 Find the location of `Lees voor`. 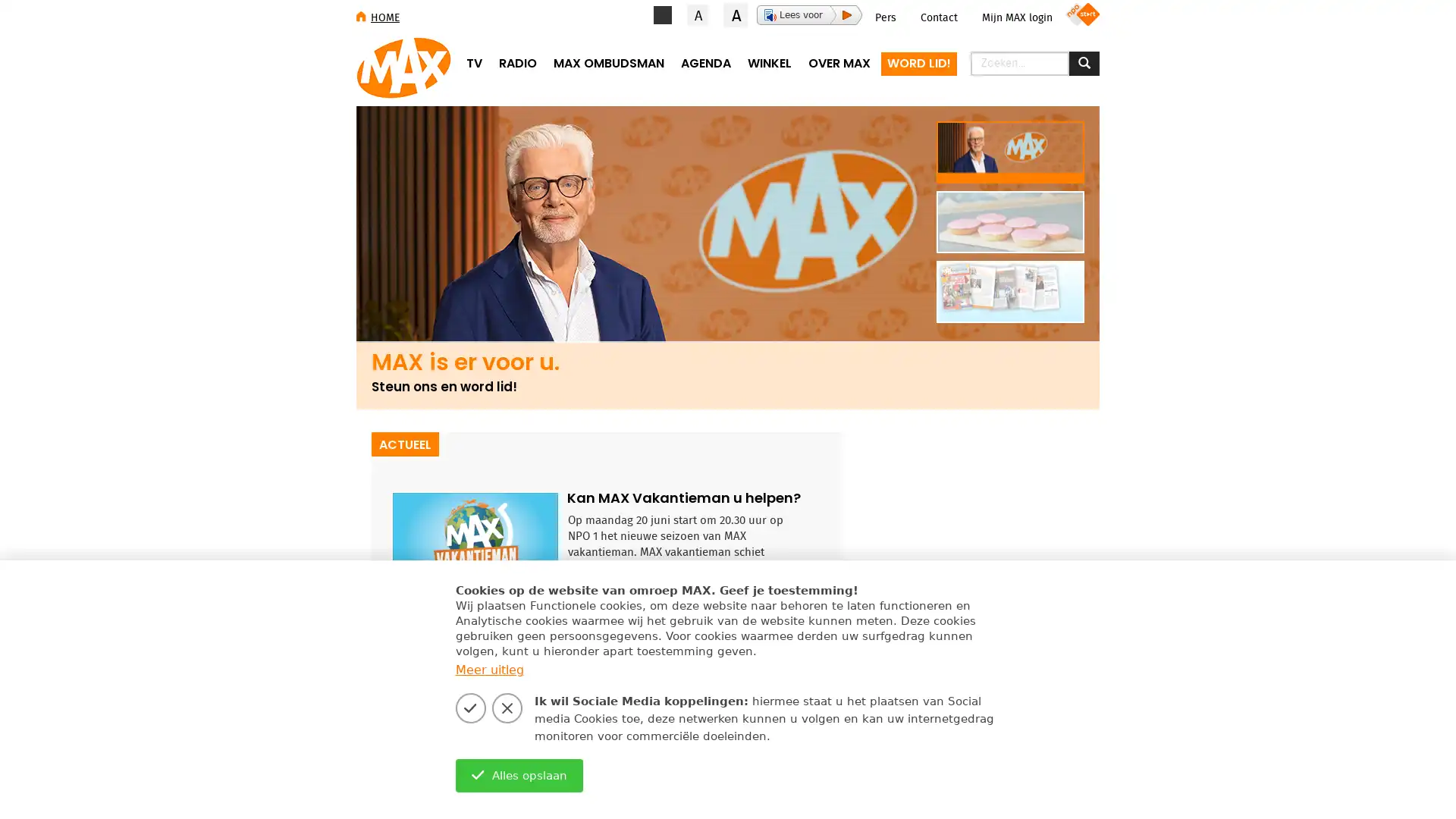

Lees voor is located at coordinates (808, 14).